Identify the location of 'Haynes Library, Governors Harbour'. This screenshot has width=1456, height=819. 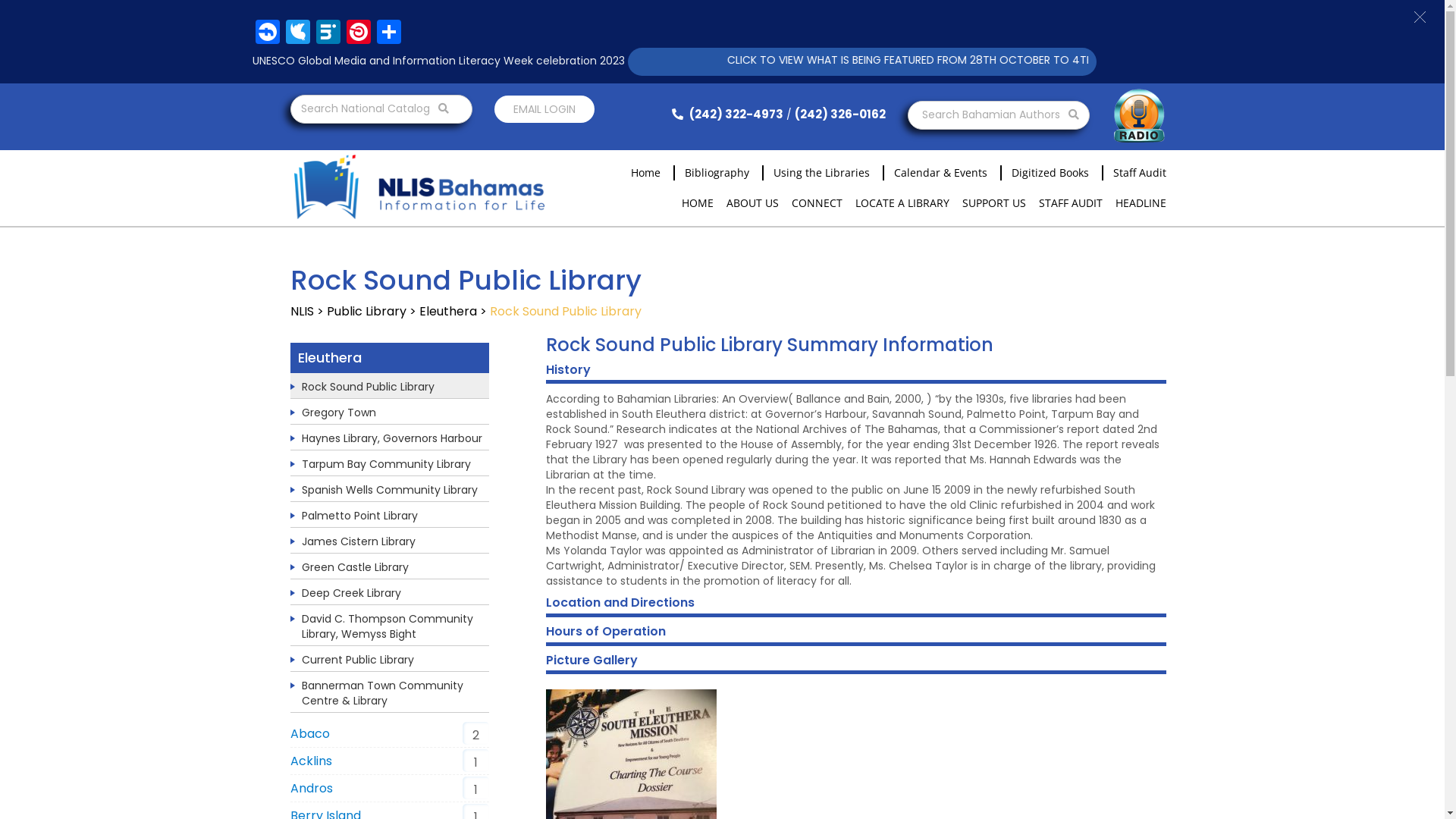
(392, 438).